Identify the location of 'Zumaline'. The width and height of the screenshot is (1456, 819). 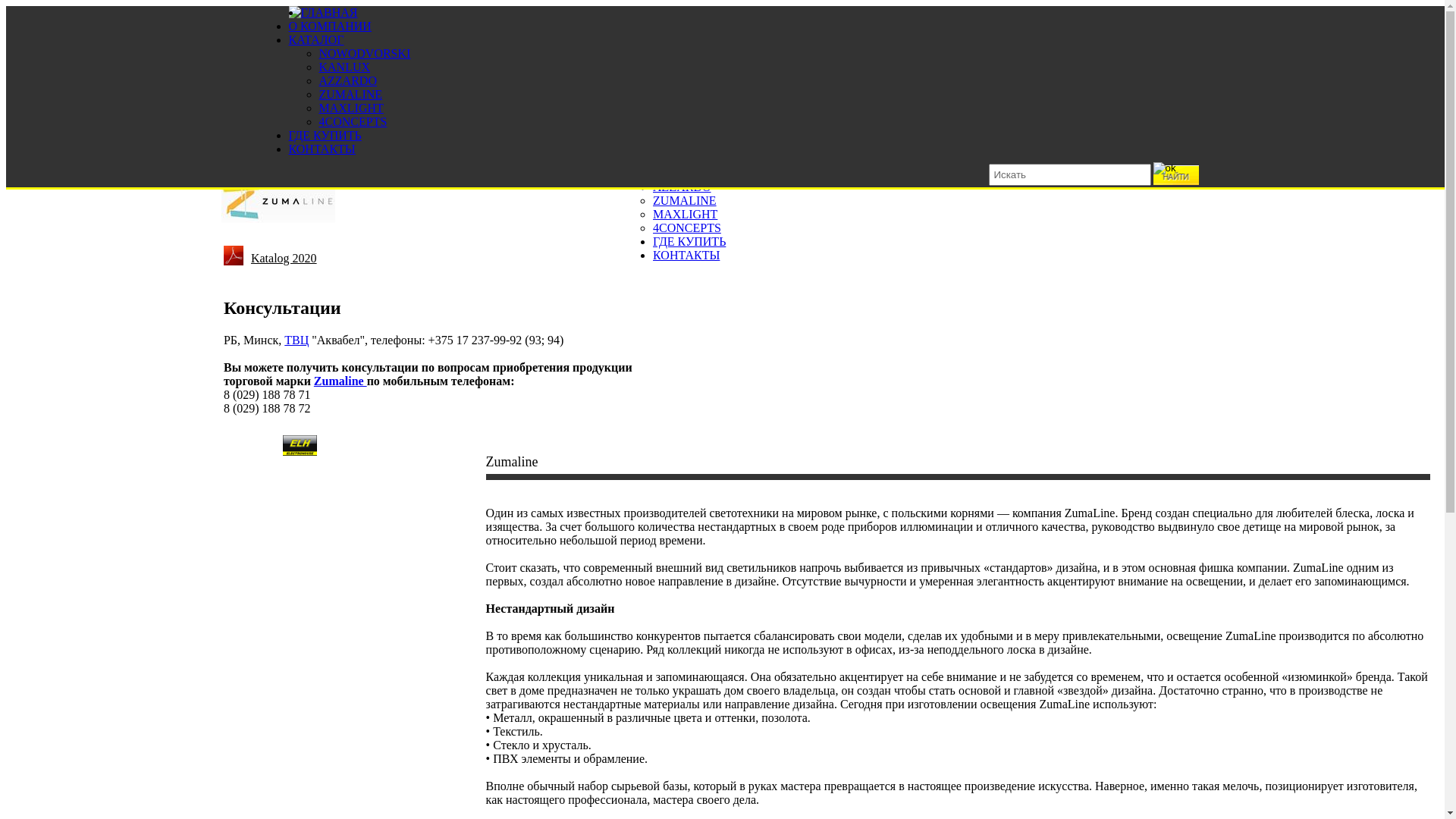
(340, 380).